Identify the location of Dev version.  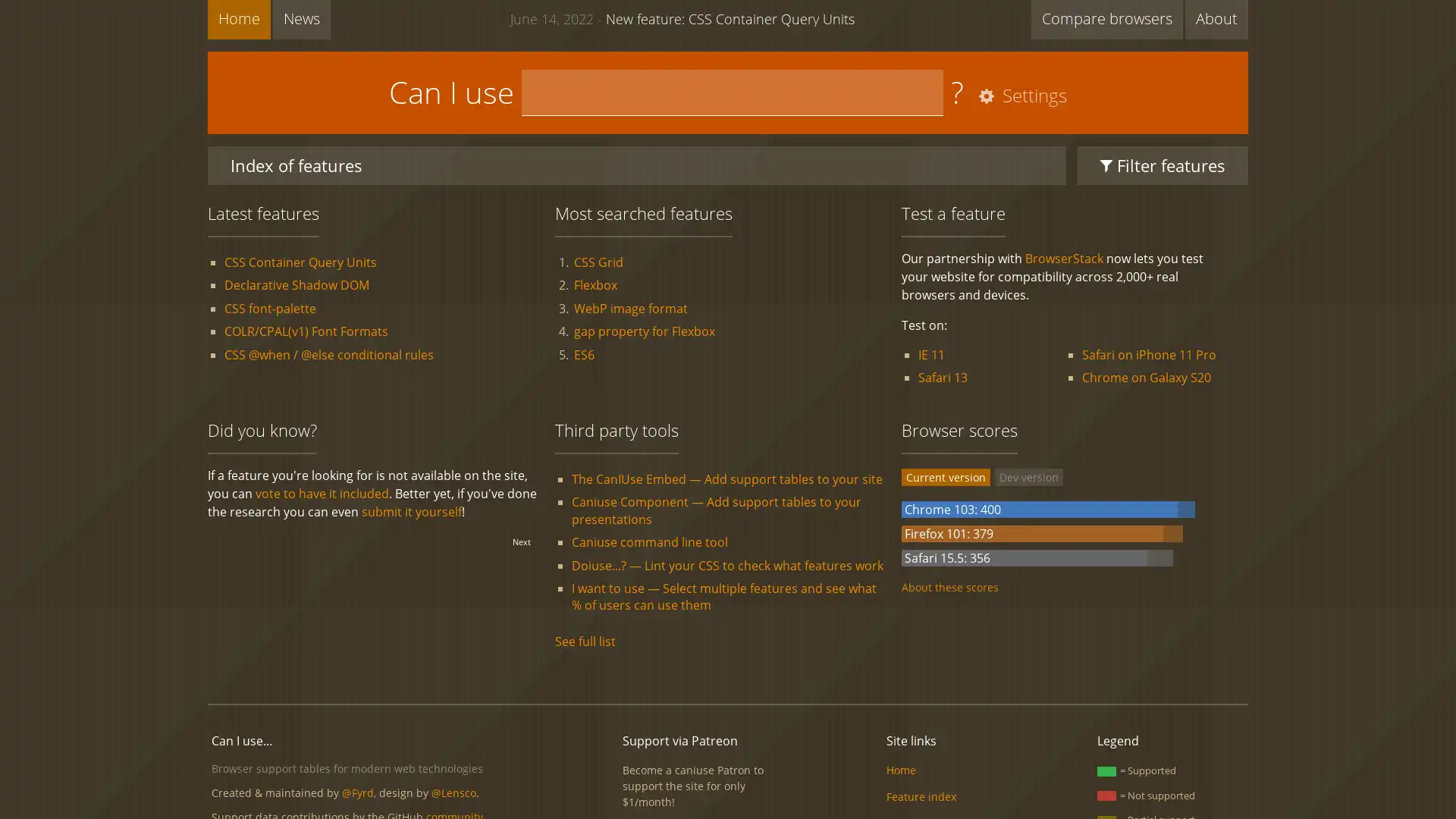
(1028, 475).